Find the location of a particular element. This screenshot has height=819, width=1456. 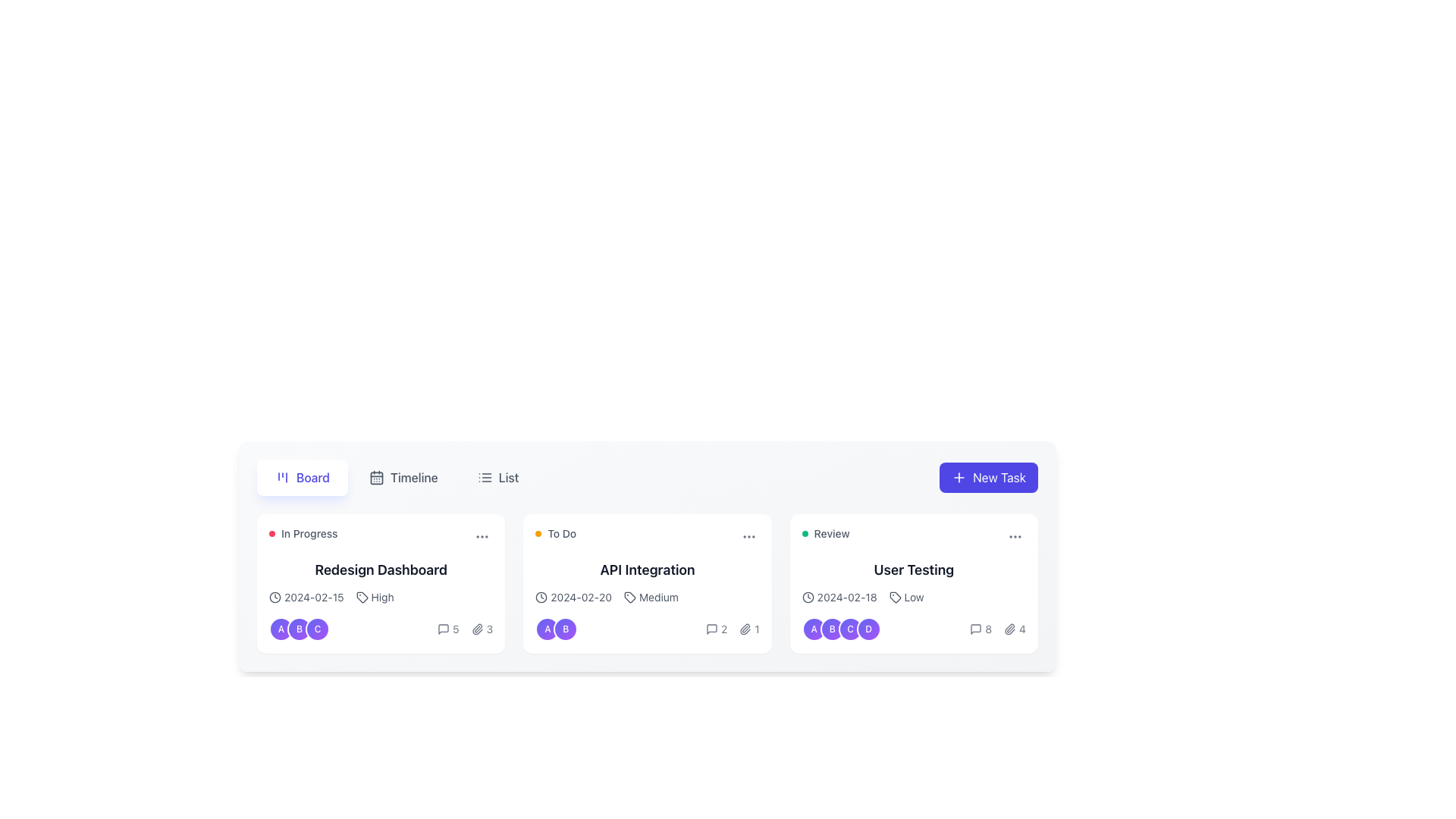

the 'Low' priority level label with an icon located in the 'User Testing' card under the 'Review' column, positioned below the date '2024-02-18' and above the user icons is located at coordinates (906, 596).